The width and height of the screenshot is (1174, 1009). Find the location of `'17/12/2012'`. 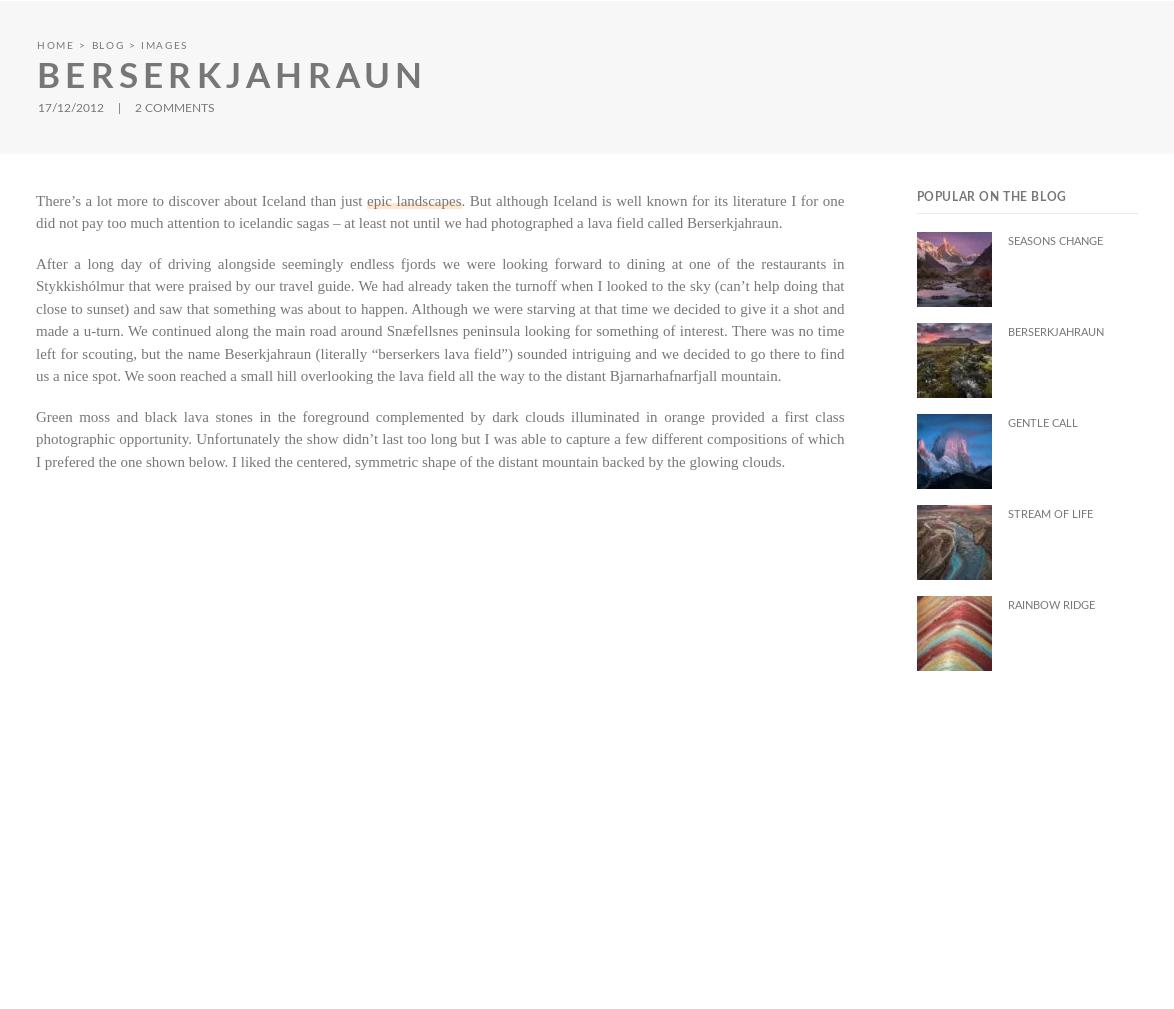

'17/12/2012' is located at coordinates (71, 105).